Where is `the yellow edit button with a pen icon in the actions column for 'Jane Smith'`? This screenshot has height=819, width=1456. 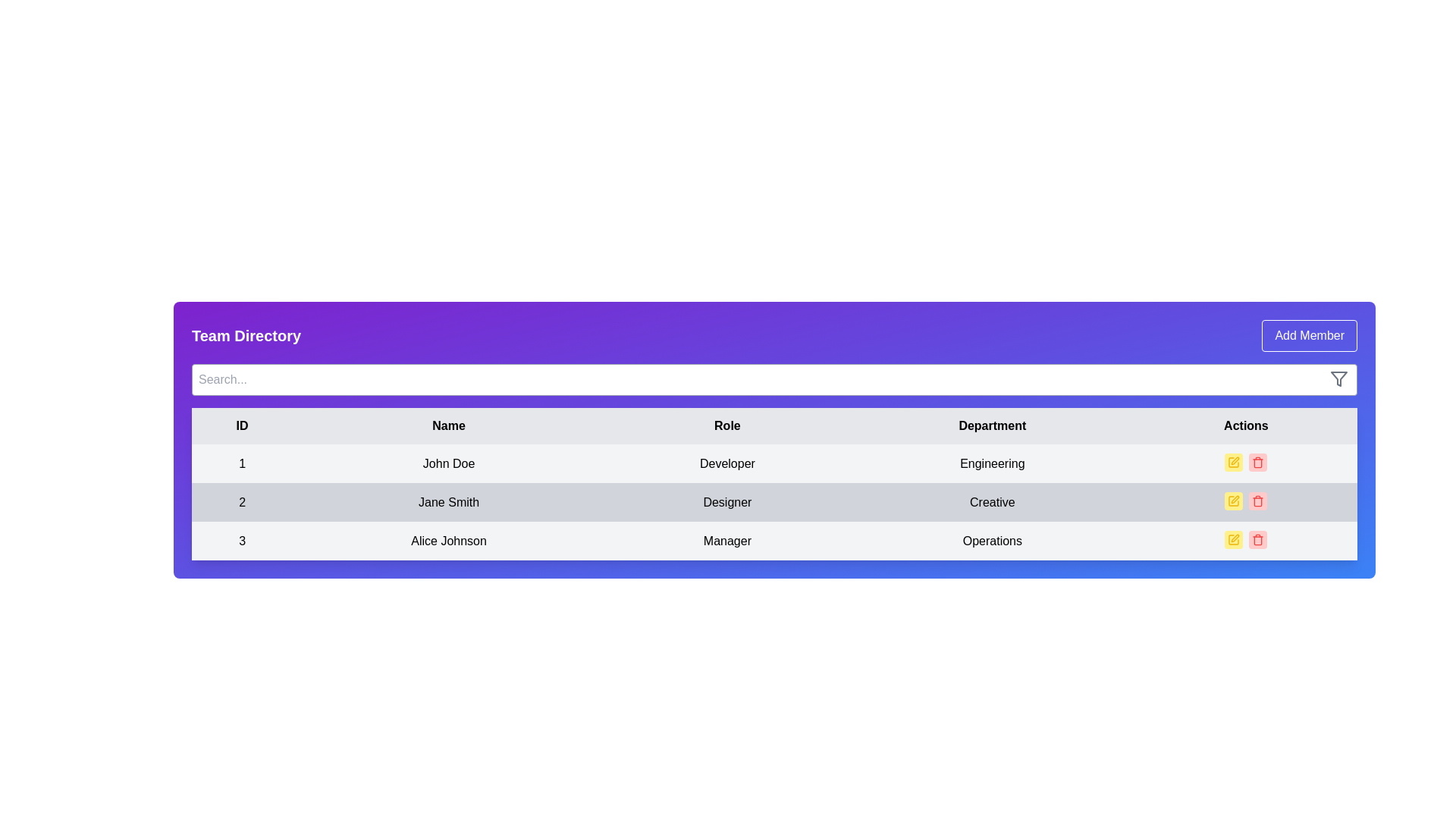
the yellow edit button with a pen icon in the actions column for 'Jane Smith' is located at coordinates (1234, 500).